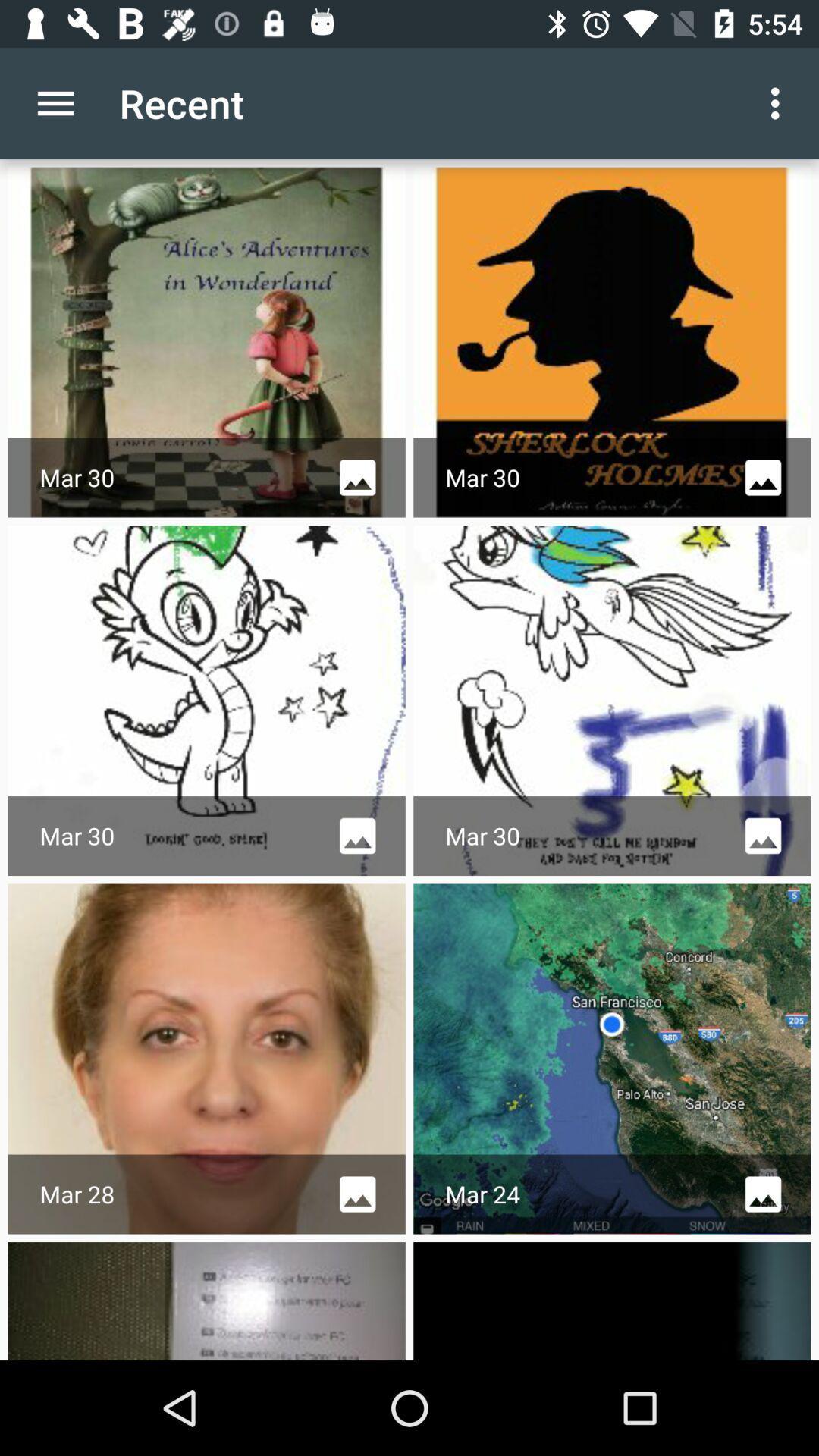 The width and height of the screenshot is (819, 1456). Describe the element at coordinates (207, 1058) in the screenshot. I see `mar 28` at that location.